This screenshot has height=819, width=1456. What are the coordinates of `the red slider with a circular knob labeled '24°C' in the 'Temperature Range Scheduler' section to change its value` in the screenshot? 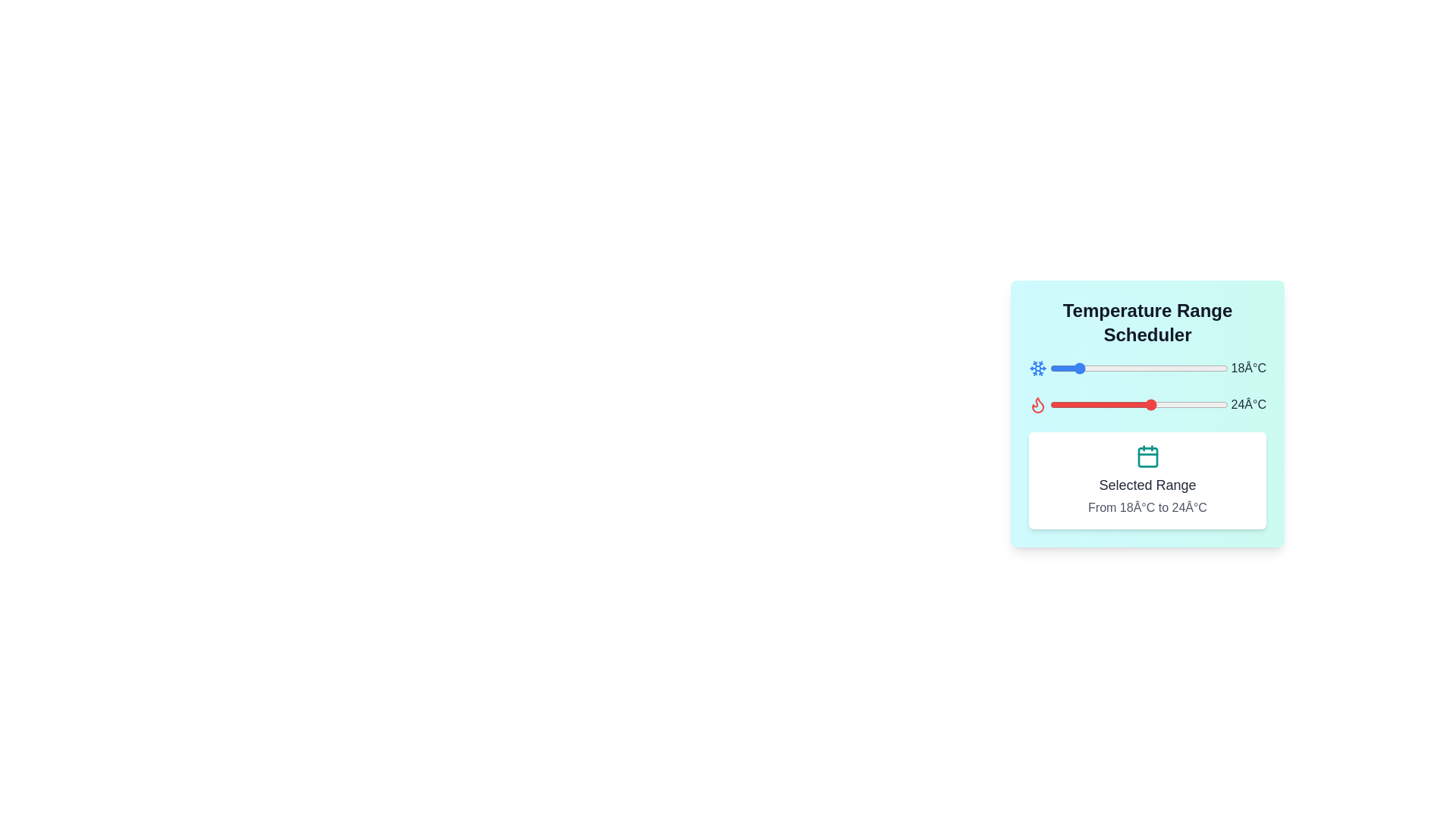 It's located at (1147, 403).